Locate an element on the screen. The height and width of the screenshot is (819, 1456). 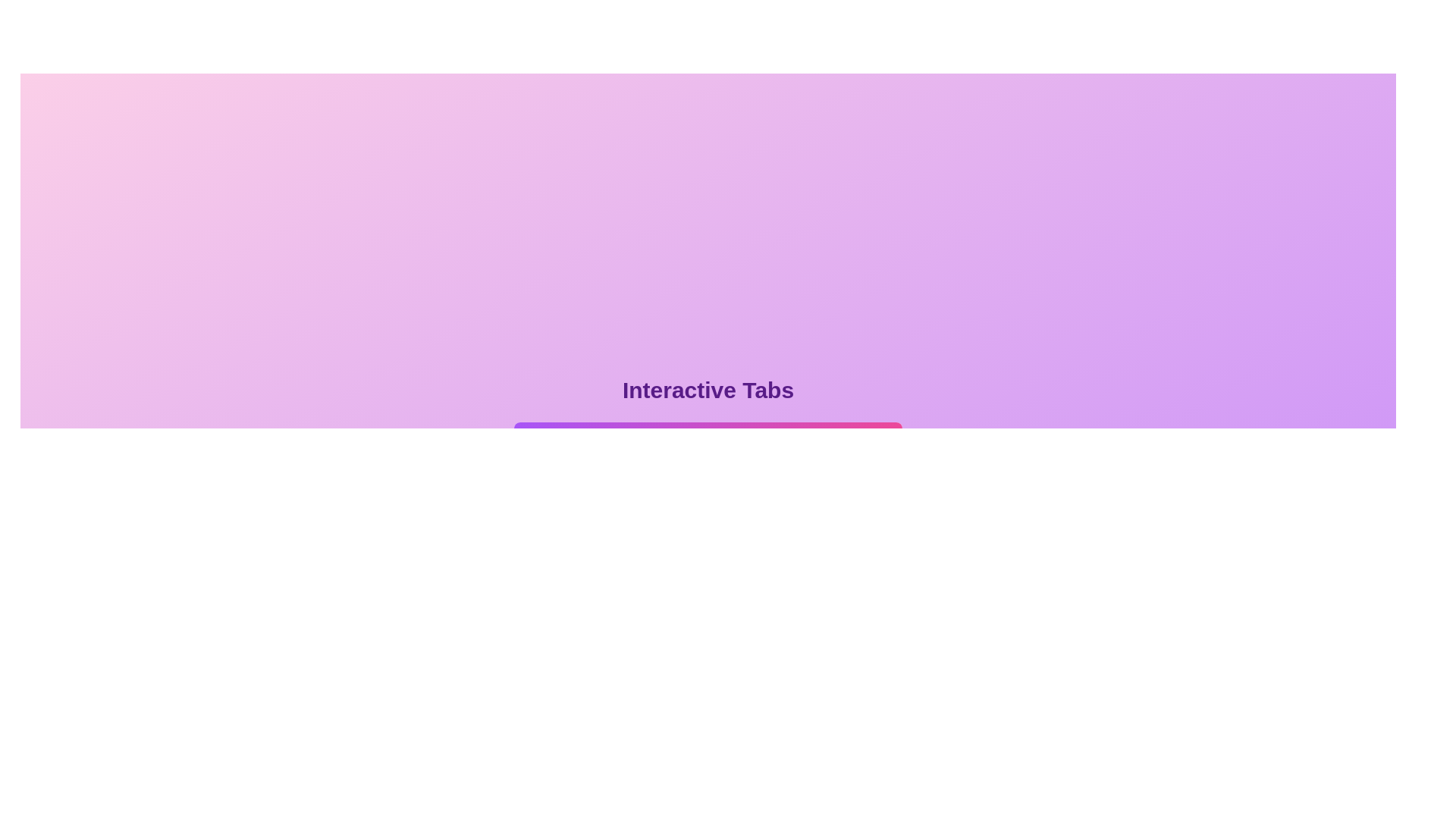
the book icon SVG graphic, centrally positioned below the 'Interactive Tabs' header, to inspect its details is located at coordinates (560, 444).